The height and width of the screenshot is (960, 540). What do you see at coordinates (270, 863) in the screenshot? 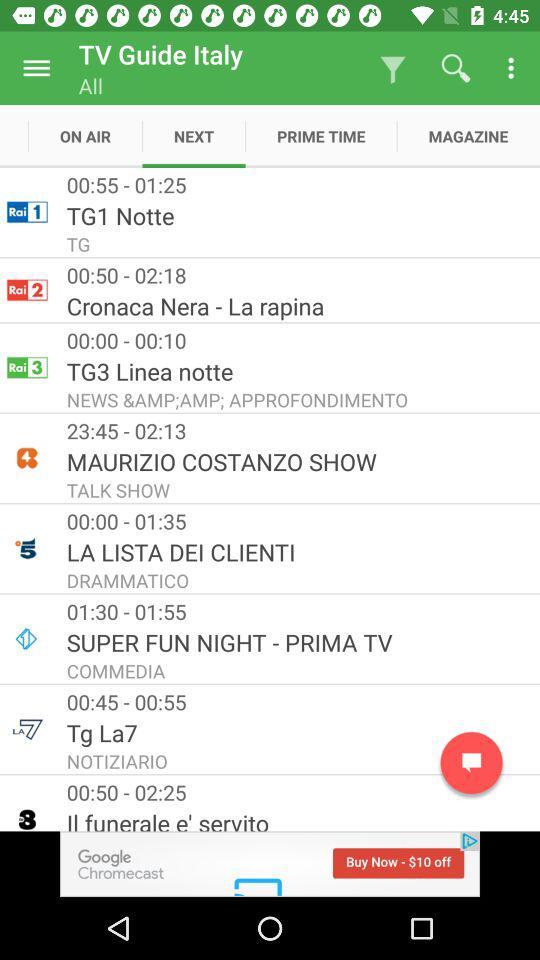
I see `advertisement for google chromecast` at bounding box center [270, 863].